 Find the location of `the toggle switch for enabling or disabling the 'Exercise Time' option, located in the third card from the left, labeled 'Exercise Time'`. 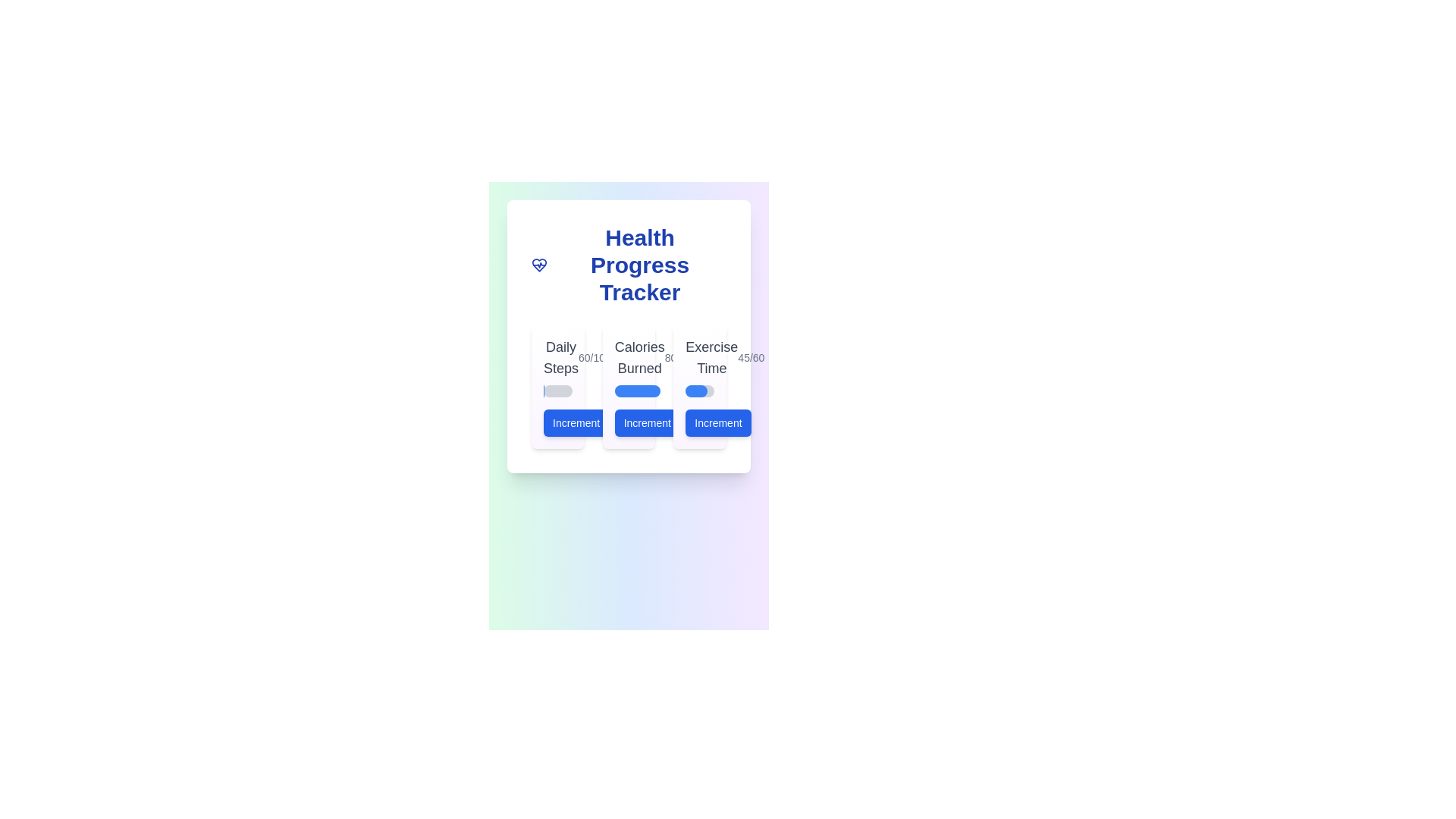

the toggle switch for enabling or disabling the 'Exercise Time' option, located in the third card from the left, labeled 'Exercise Time' is located at coordinates (698, 385).